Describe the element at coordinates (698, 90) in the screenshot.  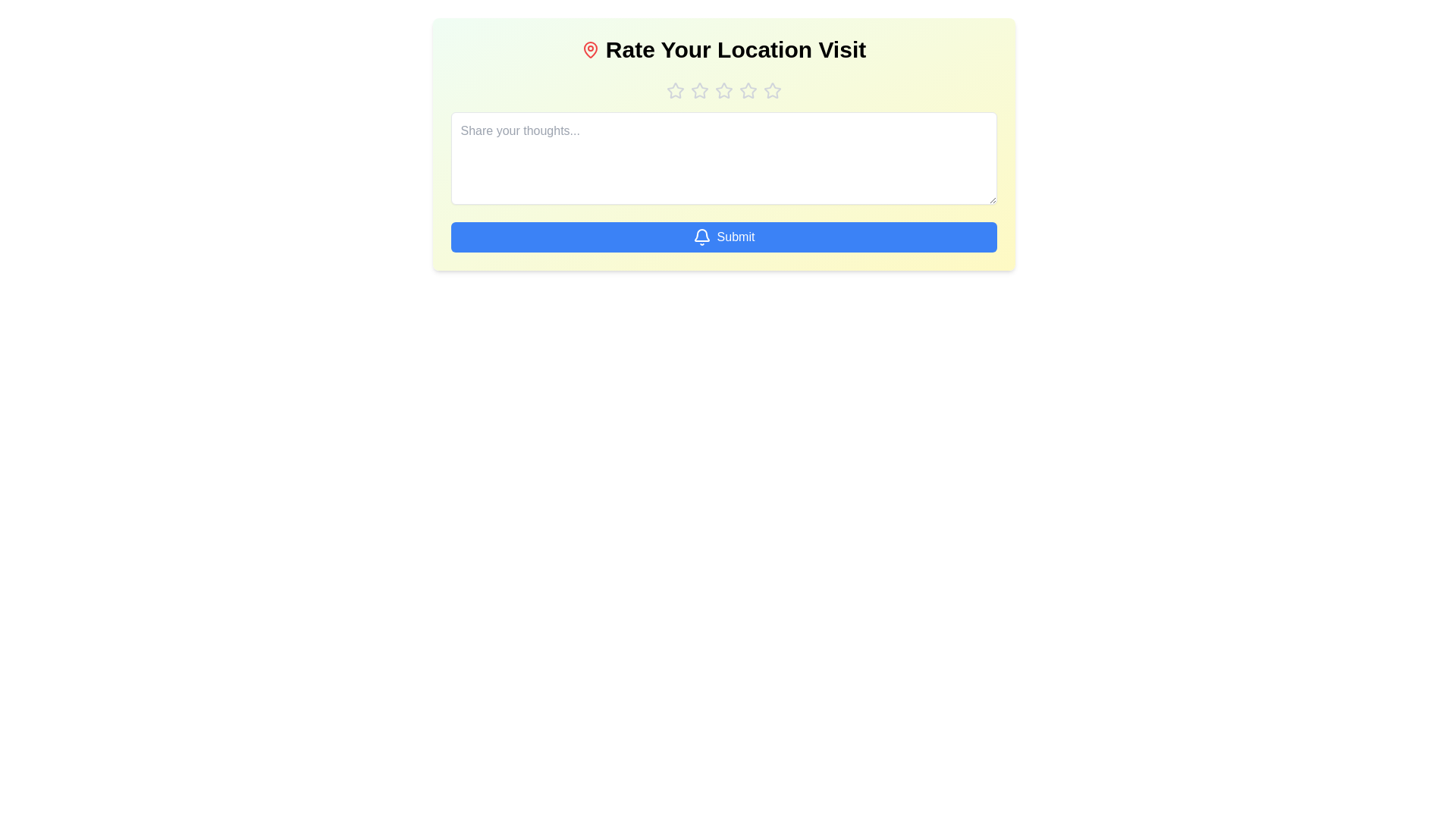
I see `the star corresponding to 2 to preview the rating effect` at that location.